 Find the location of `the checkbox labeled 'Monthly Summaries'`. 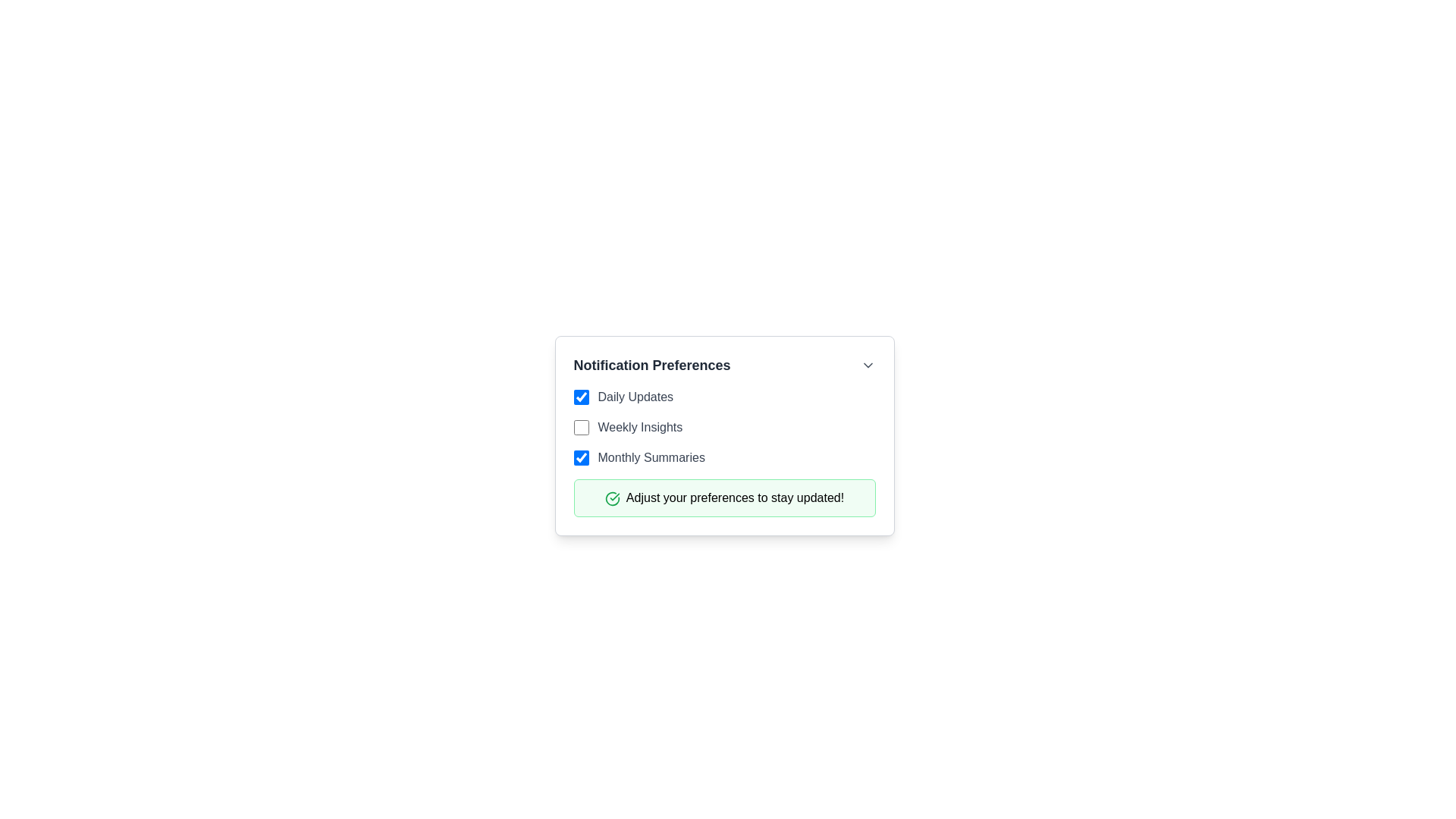

the checkbox labeled 'Monthly Summaries' is located at coordinates (723, 457).